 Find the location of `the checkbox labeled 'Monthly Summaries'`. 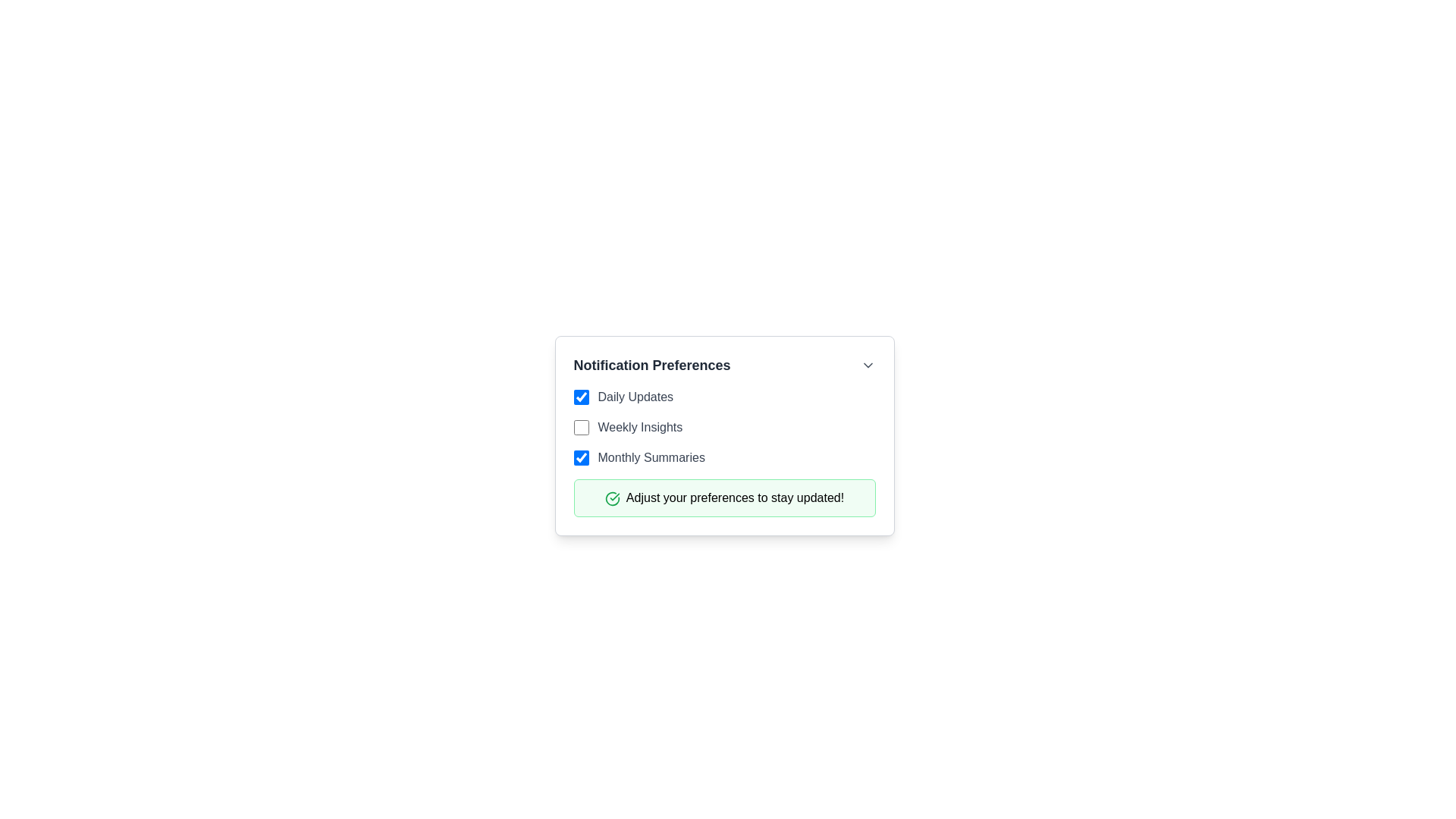

the checkbox labeled 'Monthly Summaries' is located at coordinates (723, 457).